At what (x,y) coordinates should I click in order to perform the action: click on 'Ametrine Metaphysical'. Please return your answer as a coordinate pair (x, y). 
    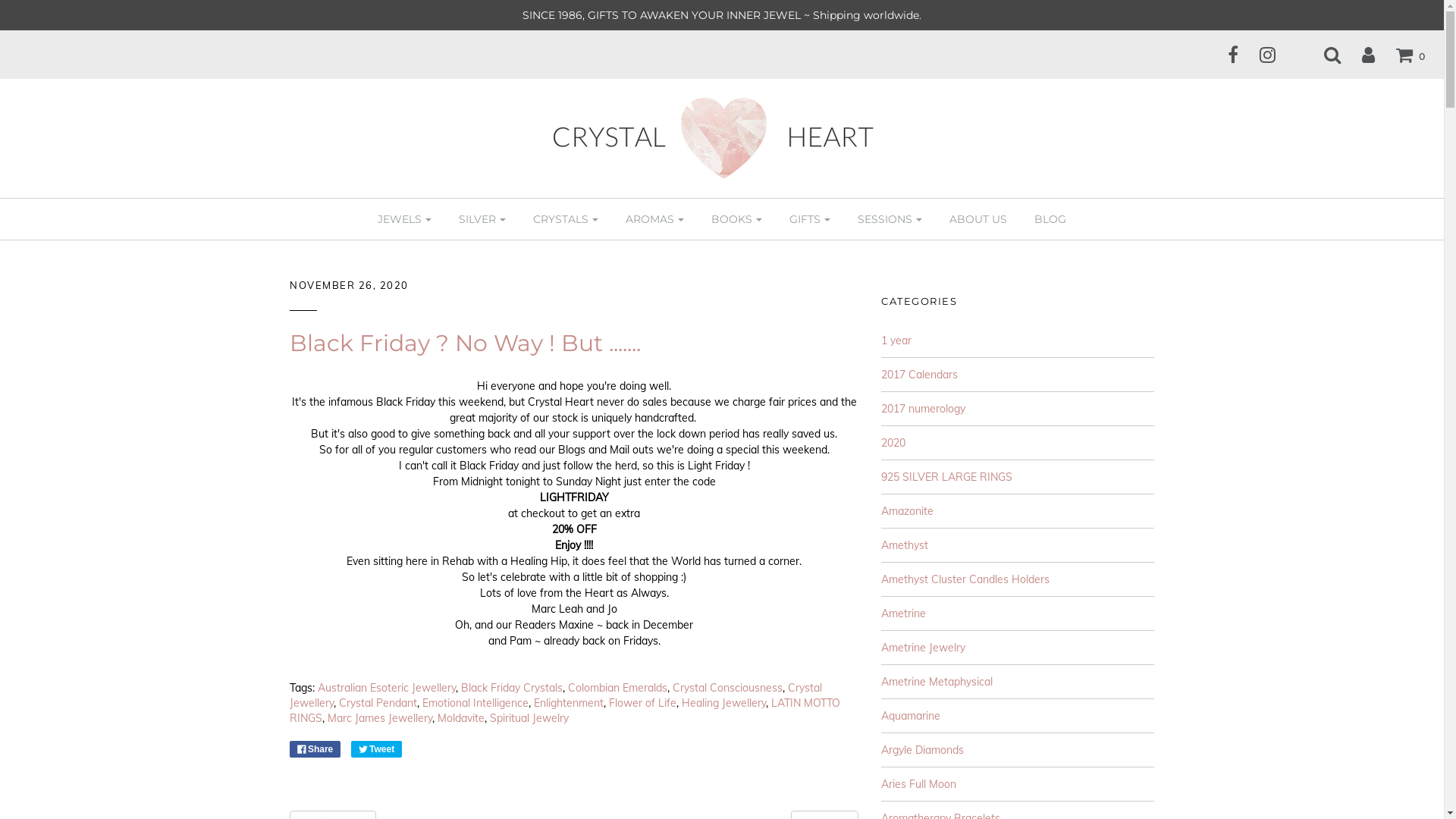
    Looking at the image, I should click on (936, 680).